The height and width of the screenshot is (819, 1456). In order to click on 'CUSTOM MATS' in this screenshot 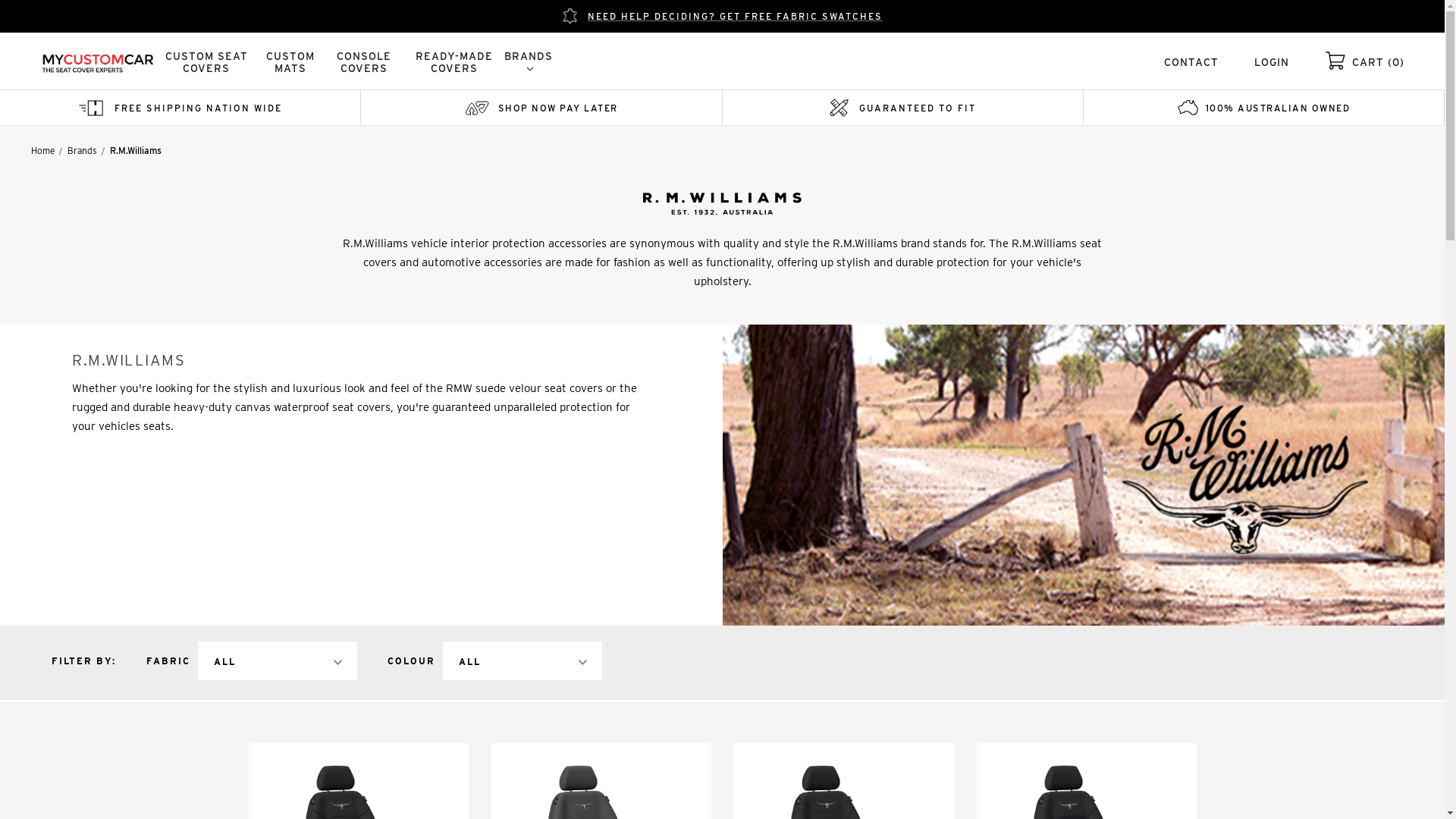, I will do `click(258, 61)`.